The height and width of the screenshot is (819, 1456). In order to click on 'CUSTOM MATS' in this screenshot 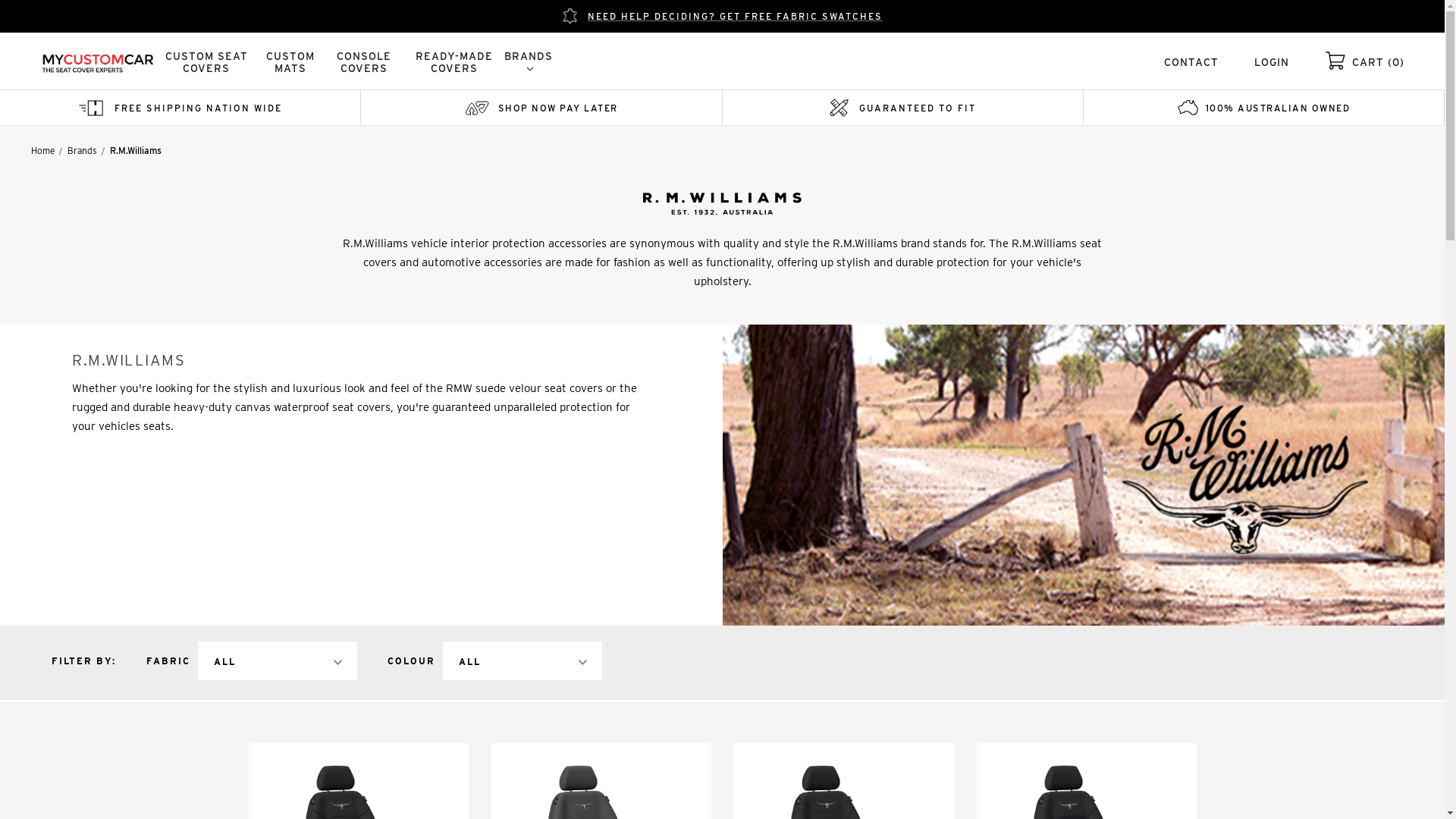, I will do `click(258, 61)`.